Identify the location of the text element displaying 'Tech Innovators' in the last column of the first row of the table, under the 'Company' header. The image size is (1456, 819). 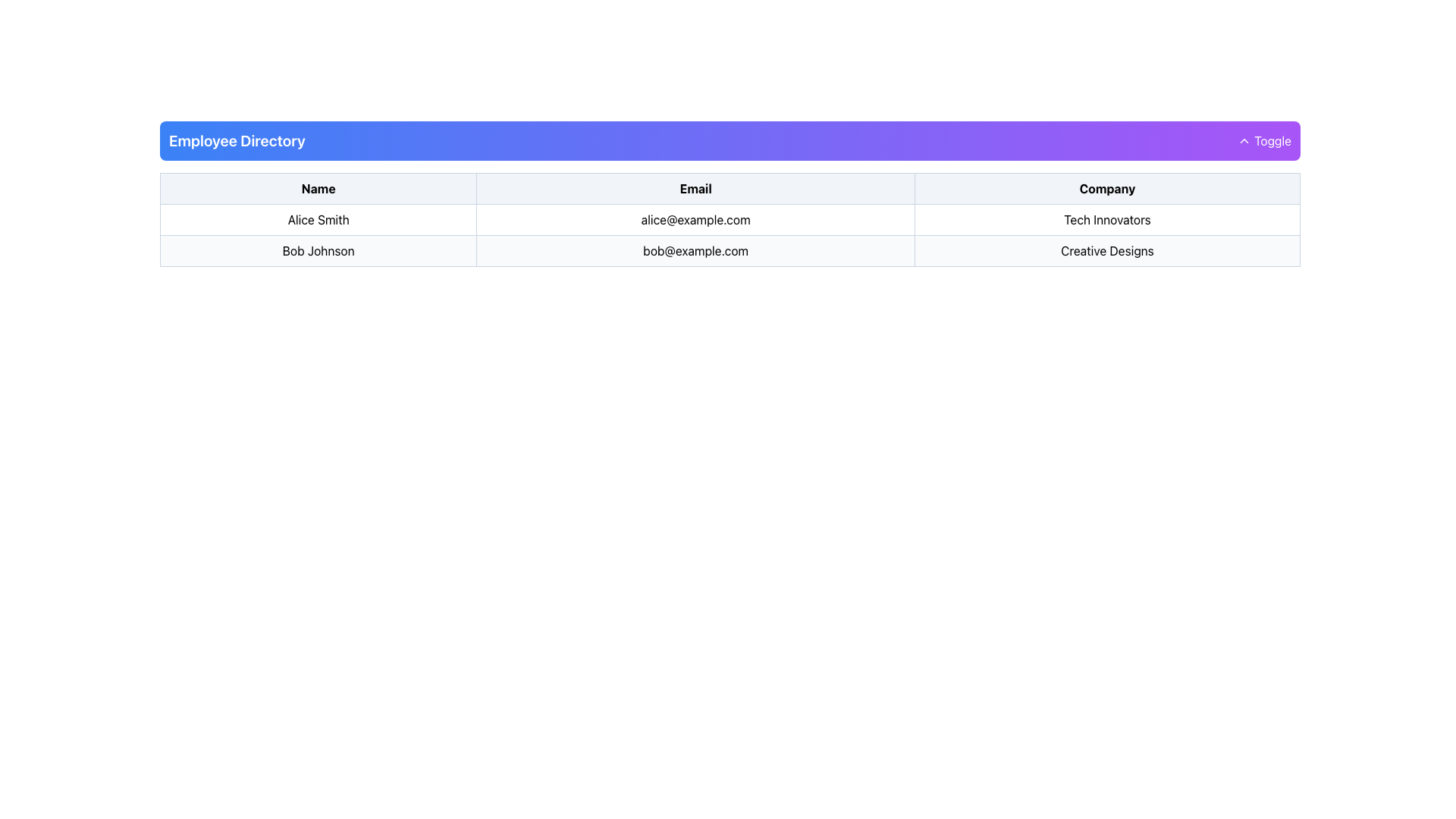
(1107, 219).